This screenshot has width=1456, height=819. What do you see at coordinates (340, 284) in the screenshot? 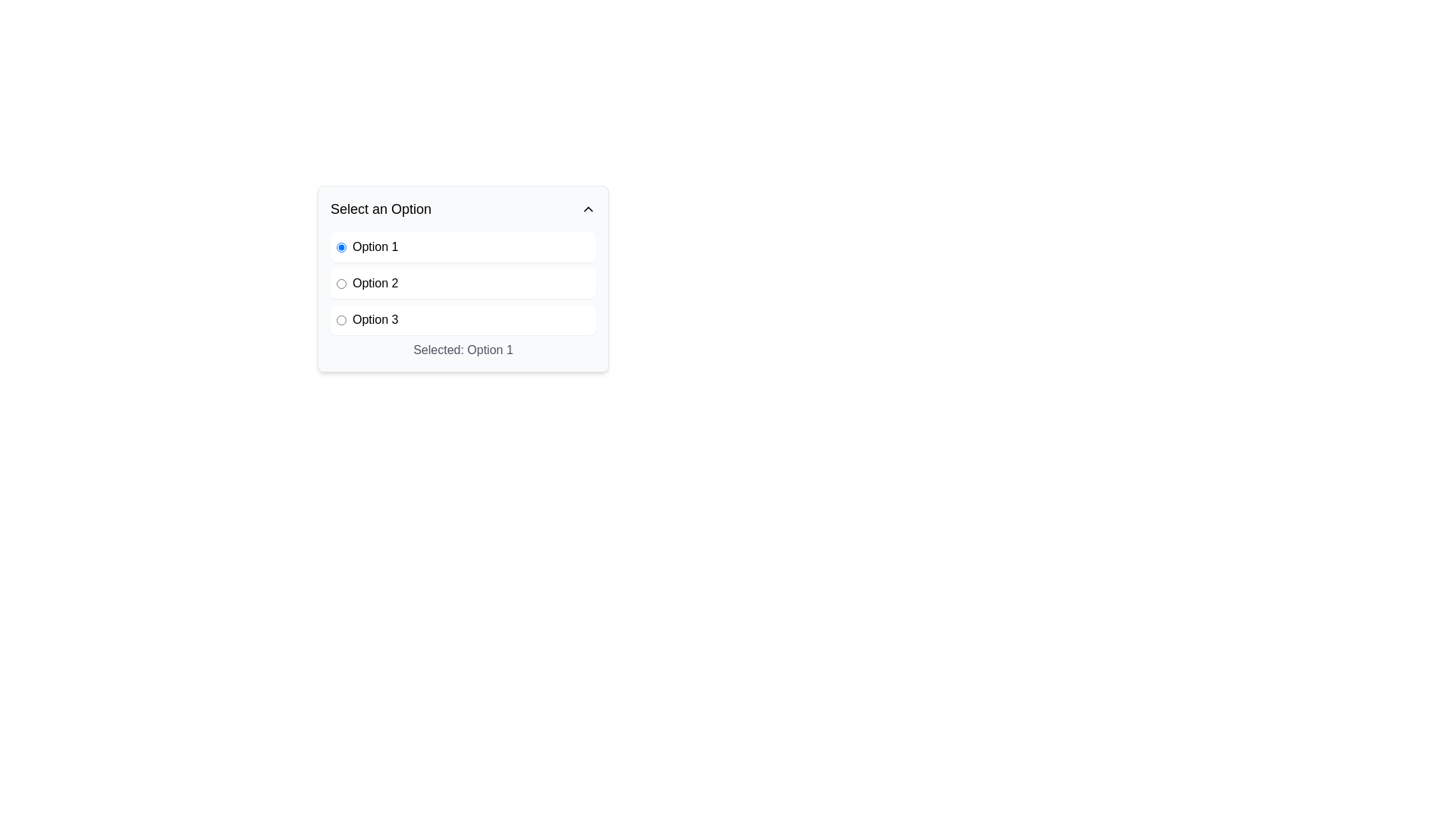
I see `the second radio button labeled 'Option 2' in the 'Select an Option' section` at bounding box center [340, 284].